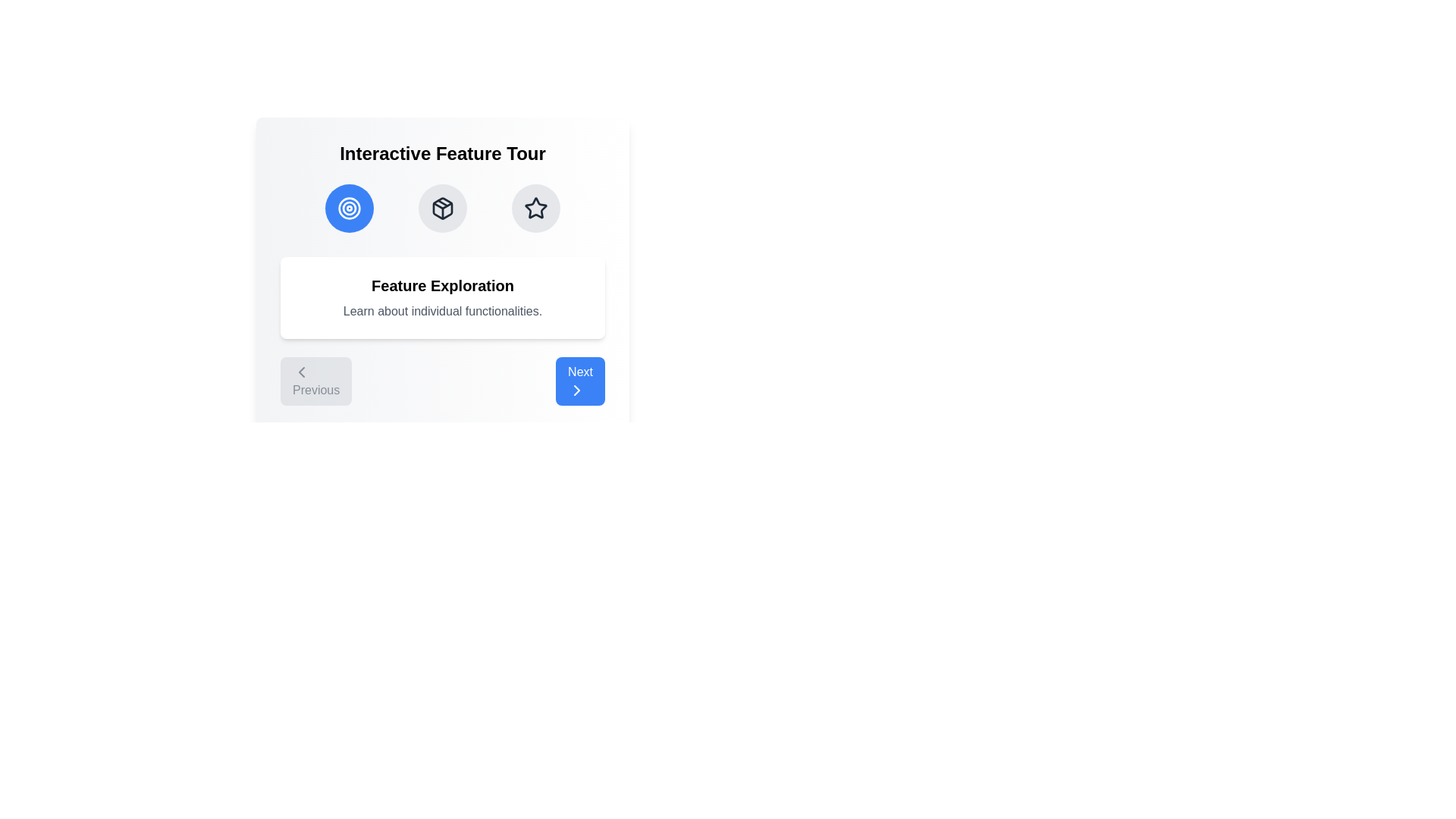  Describe the element at coordinates (302, 372) in the screenshot. I see `the SVG-based chevron symbol representing 'Go to Previous' located in the left button grouping of the navigation area` at that location.